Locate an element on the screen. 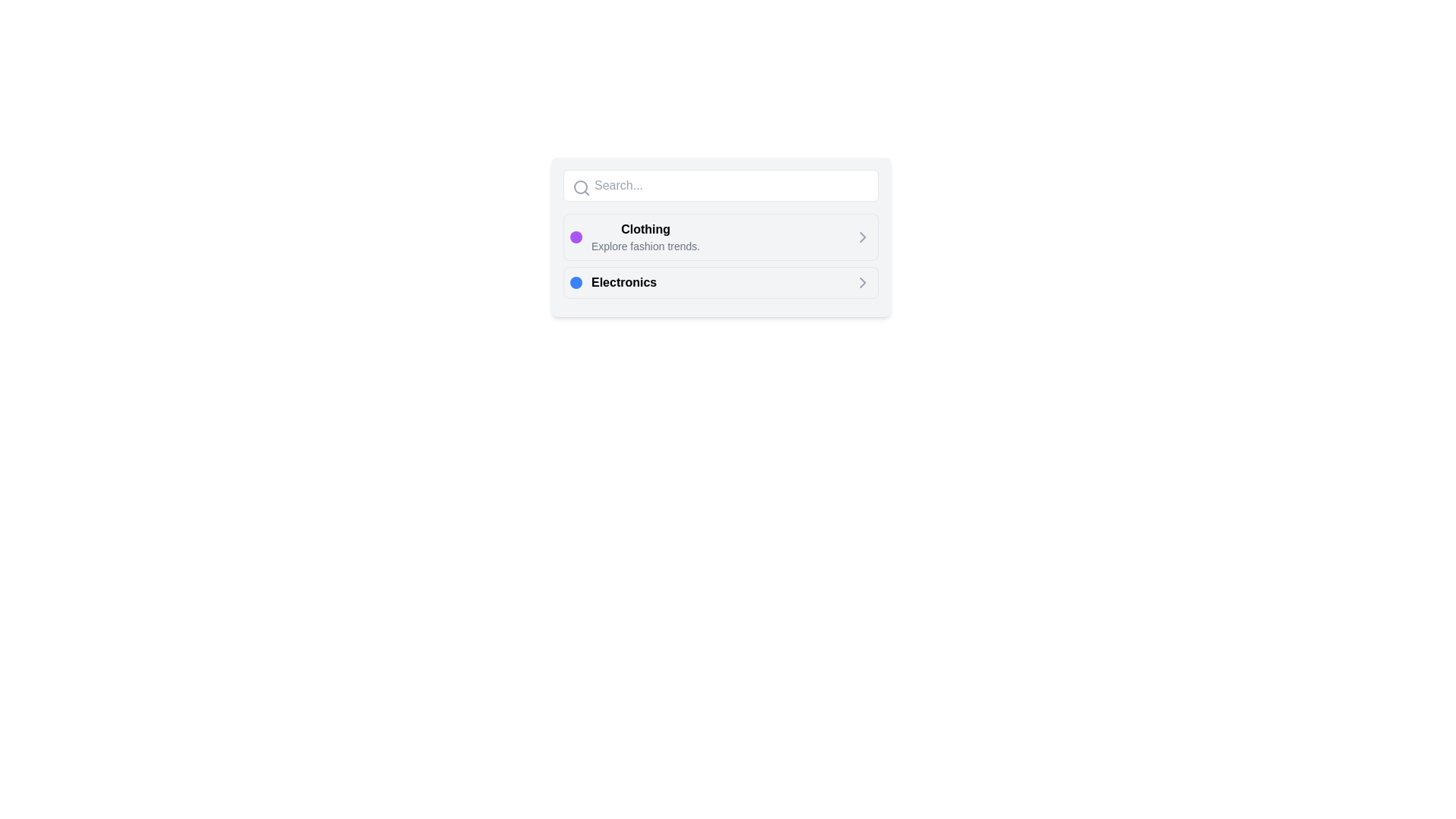 This screenshot has height=819, width=1456. the second text label in the vertical list that serves as a title for a category or section is located at coordinates (624, 283).